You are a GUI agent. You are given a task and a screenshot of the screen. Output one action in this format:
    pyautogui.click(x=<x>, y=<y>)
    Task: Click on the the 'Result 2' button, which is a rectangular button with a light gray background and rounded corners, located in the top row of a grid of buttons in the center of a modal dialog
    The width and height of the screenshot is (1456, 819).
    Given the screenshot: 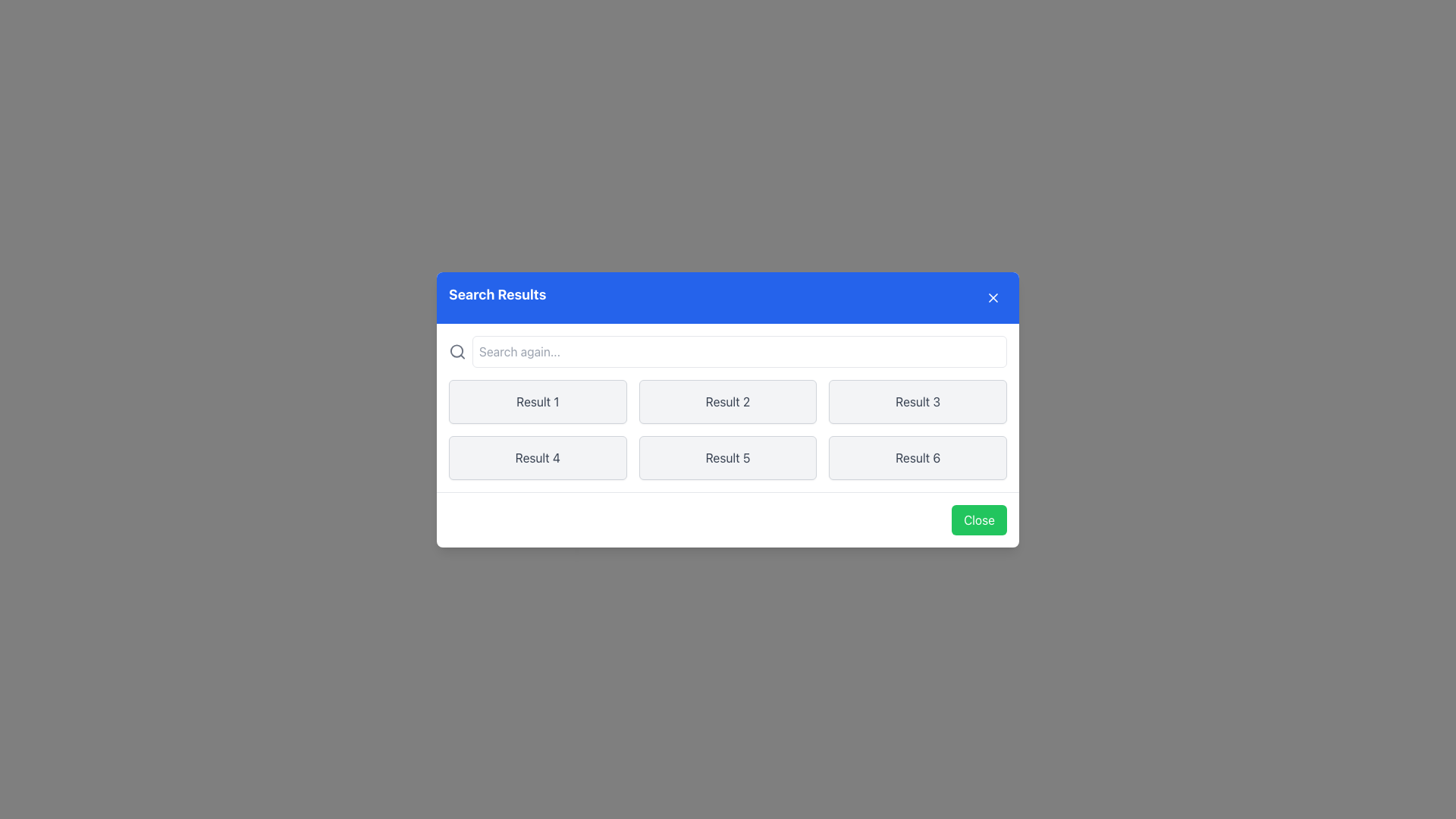 What is the action you would take?
    pyautogui.click(x=728, y=409)
    